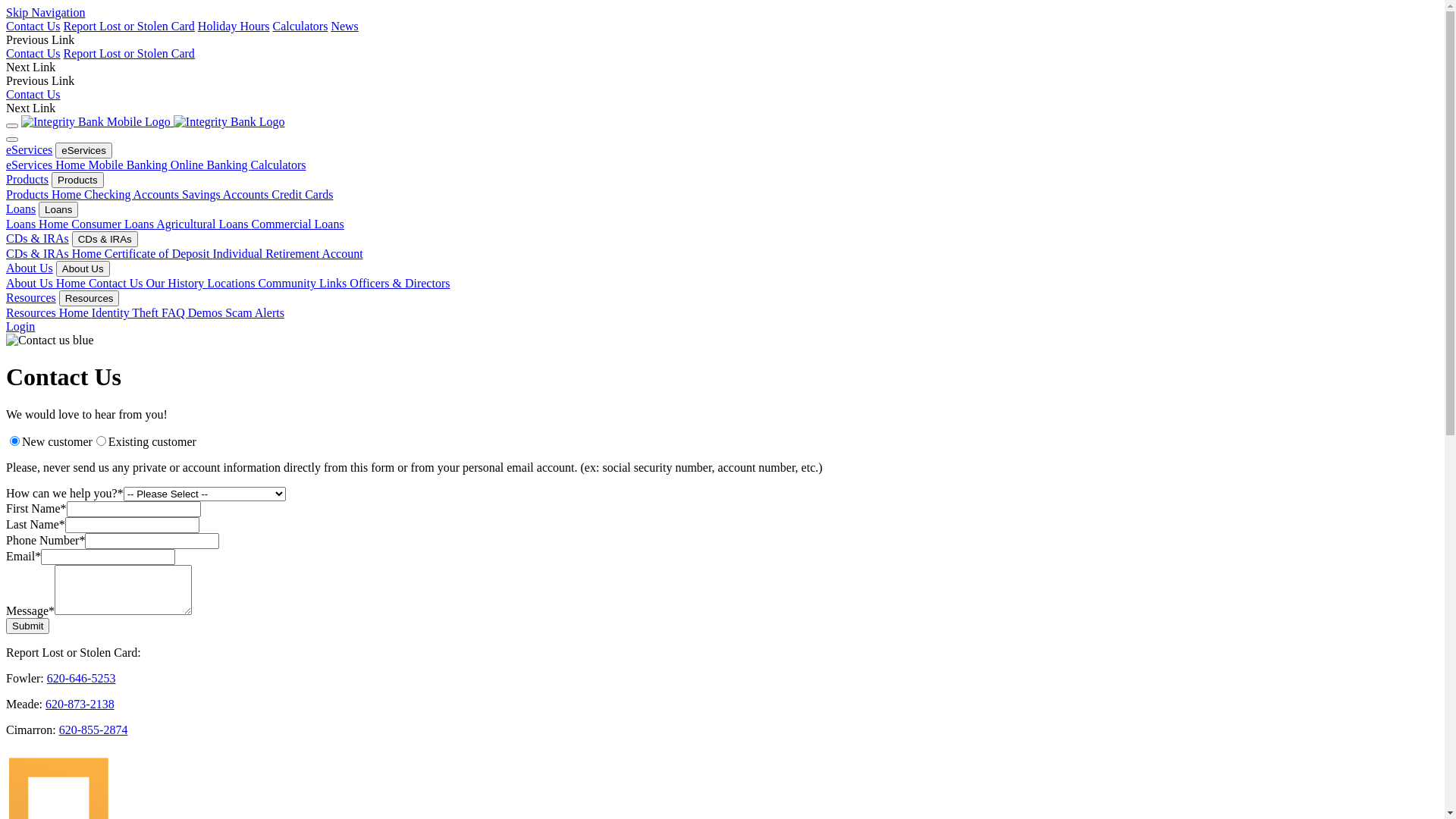 Image resolution: width=1456 pixels, height=819 pixels. What do you see at coordinates (45, 704) in the screenshot?
I see `'620-873-2138'` at bounding box center [45, 704].